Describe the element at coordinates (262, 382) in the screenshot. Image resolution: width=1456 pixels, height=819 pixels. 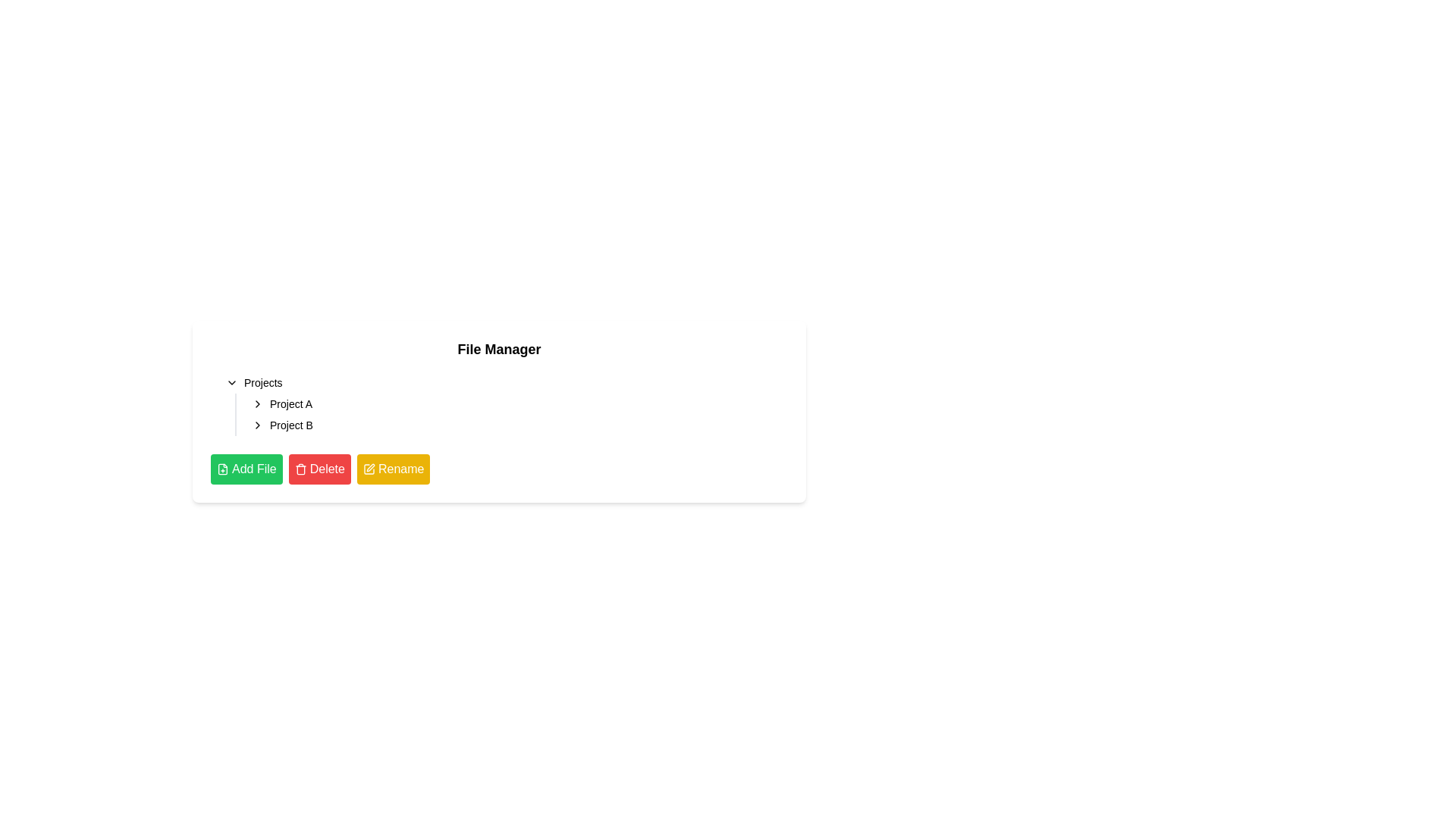
I see `the text element that serves as a label for the collapsible project list section` at that location.